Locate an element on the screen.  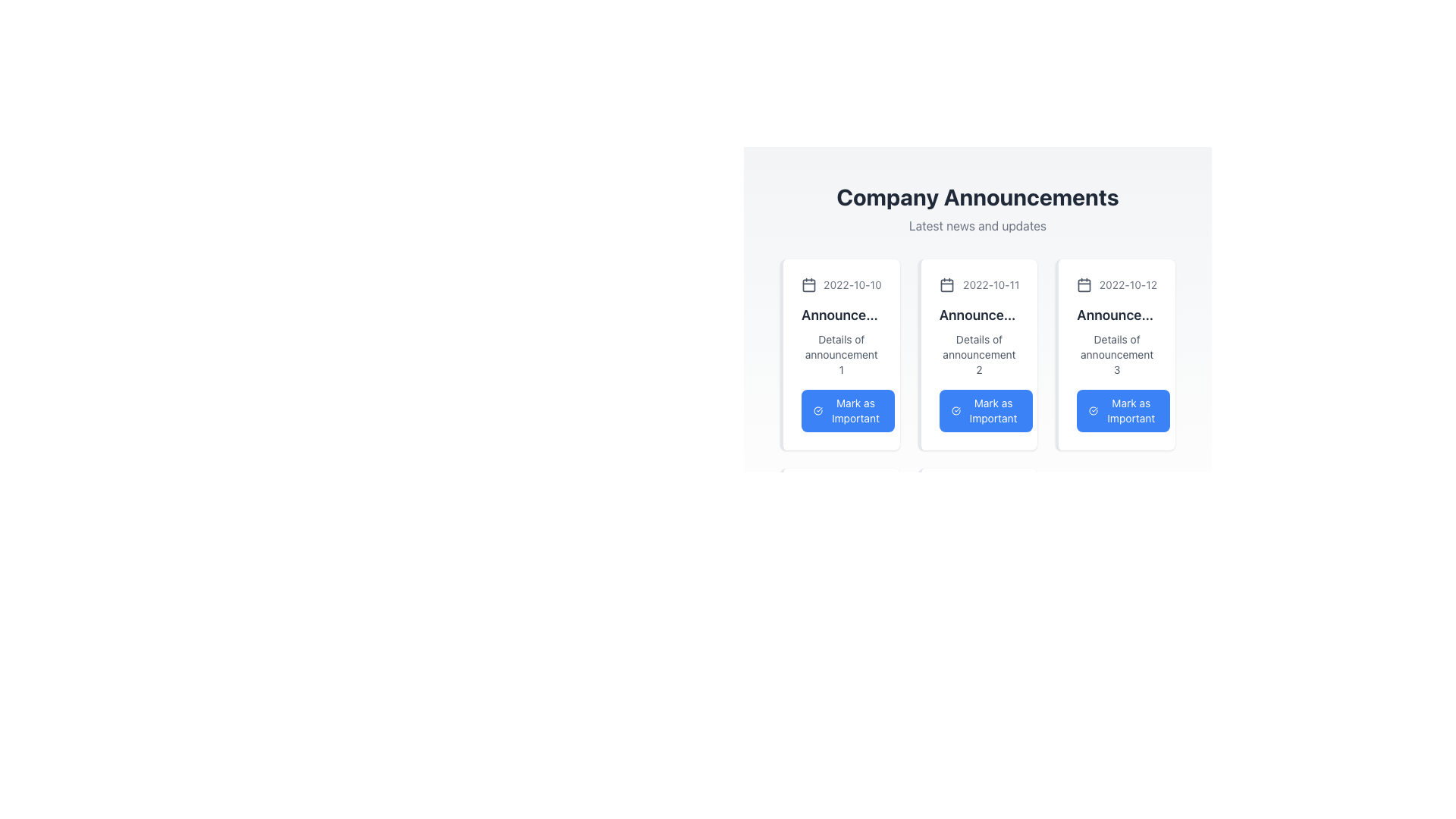
text content of the Text Label displaying 'Announcement 2', which is styled in bold and dark gray color, located in the second announcement card below the date '2022-10-11' is located at coordinates (979, 315).